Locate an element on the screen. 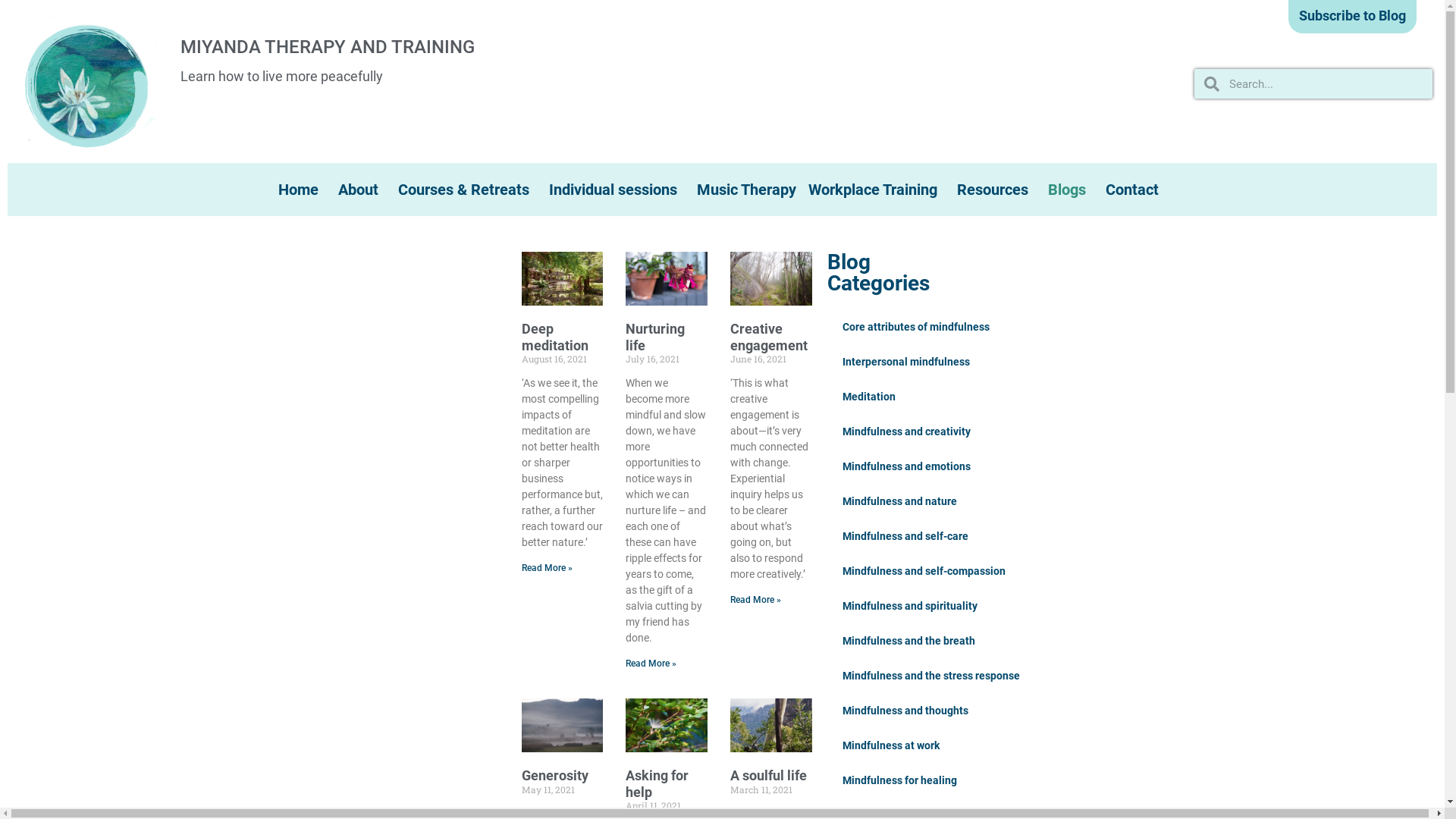  'Interpersonal mindfulness' is located at coordinates (906, 362).